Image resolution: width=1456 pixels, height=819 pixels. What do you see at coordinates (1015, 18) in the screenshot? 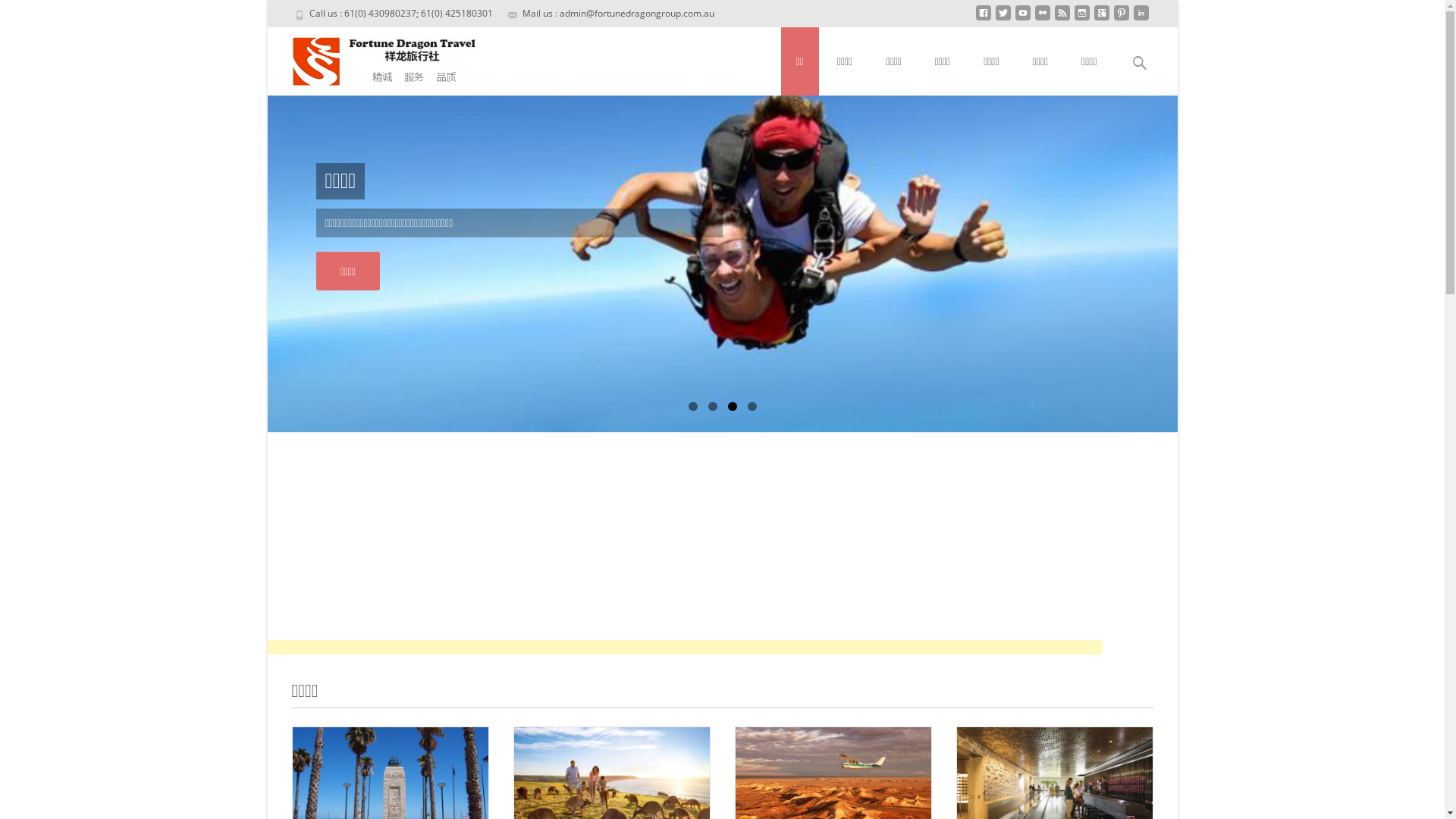
I see `'youtube'` at bounding box center [1015, 18].